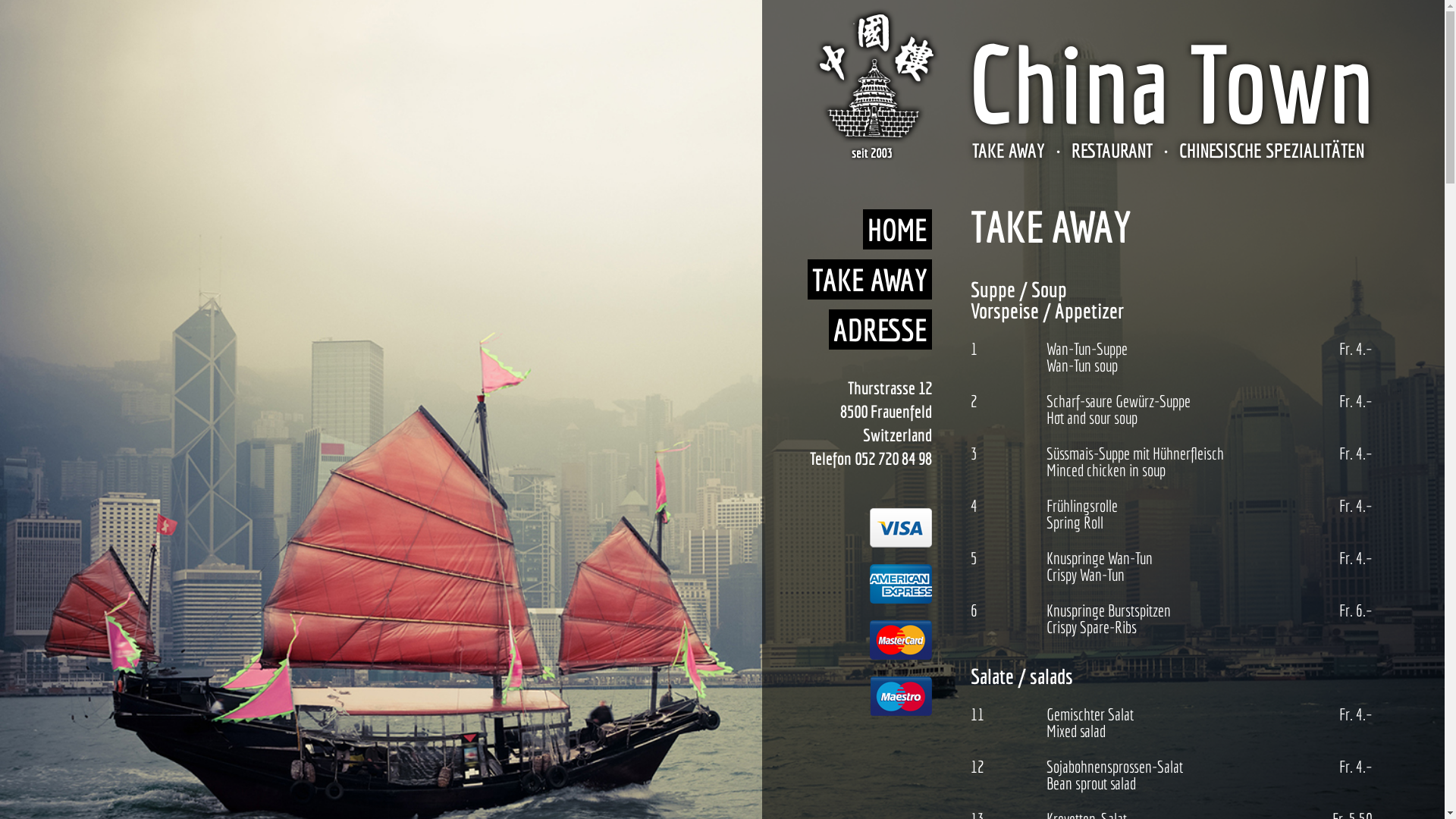  What do you see at coordinates (897, 229) in the screenshot?
I see `'HOME'` at bounding box center [897, 229].